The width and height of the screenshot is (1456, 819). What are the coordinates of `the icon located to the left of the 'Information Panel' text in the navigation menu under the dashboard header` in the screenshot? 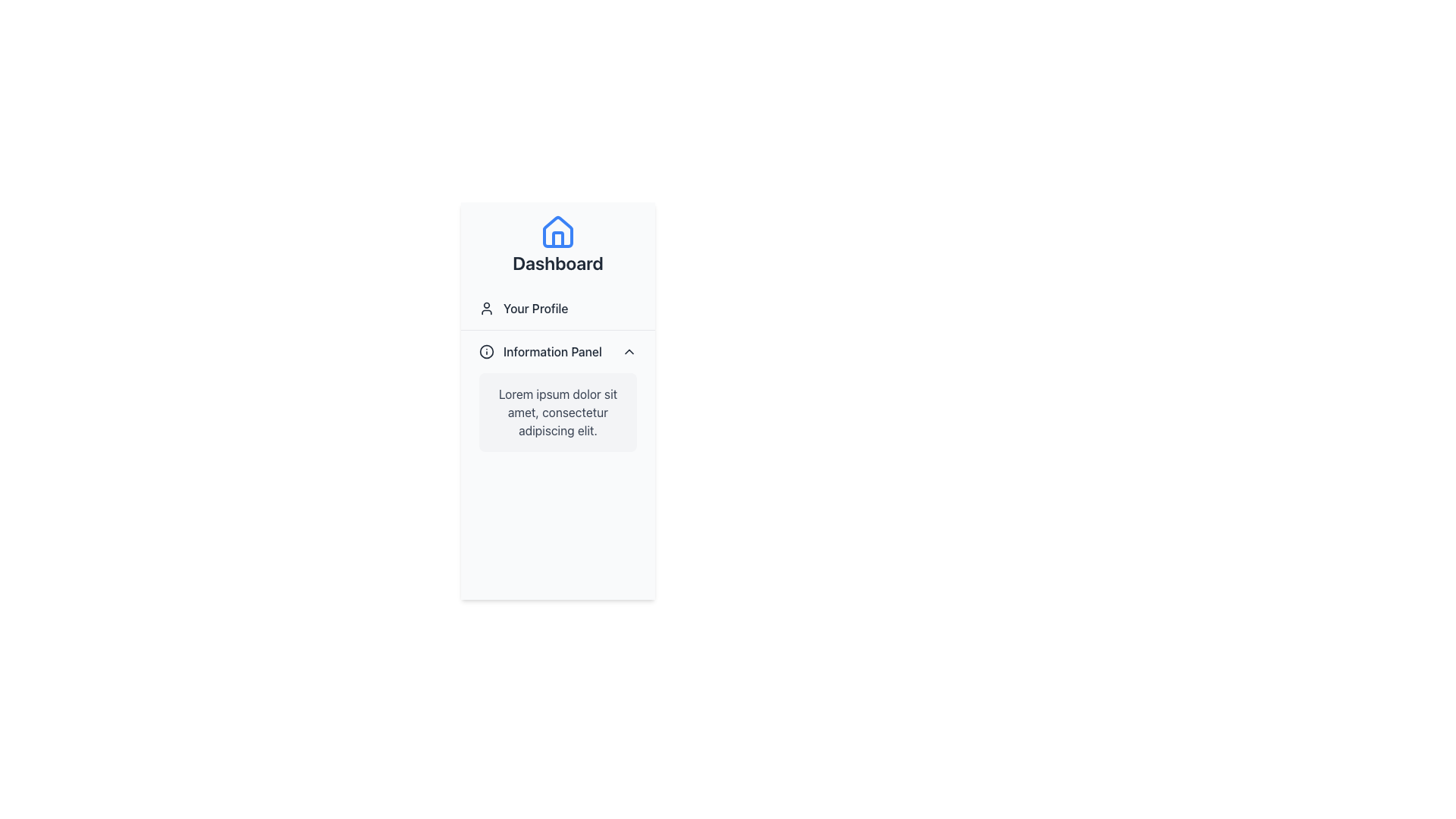 It's located at (487, 351).